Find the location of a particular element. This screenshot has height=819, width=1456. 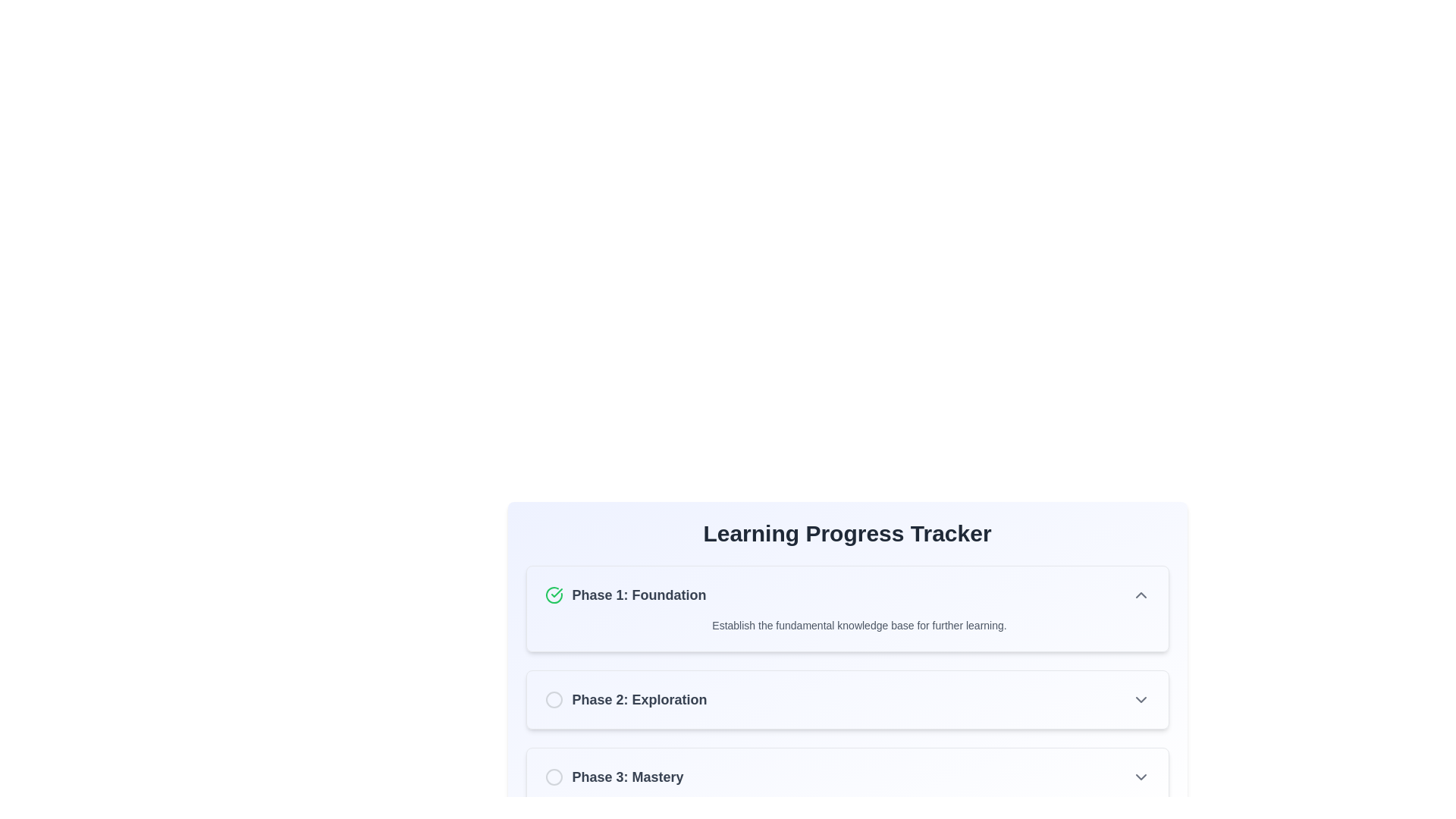

text of the first progress step labeled 'Phase 1: Foundation' which is marked as completed with a checkmark icon in the Learning Progress Tracker is located at coordinates (626, 595).